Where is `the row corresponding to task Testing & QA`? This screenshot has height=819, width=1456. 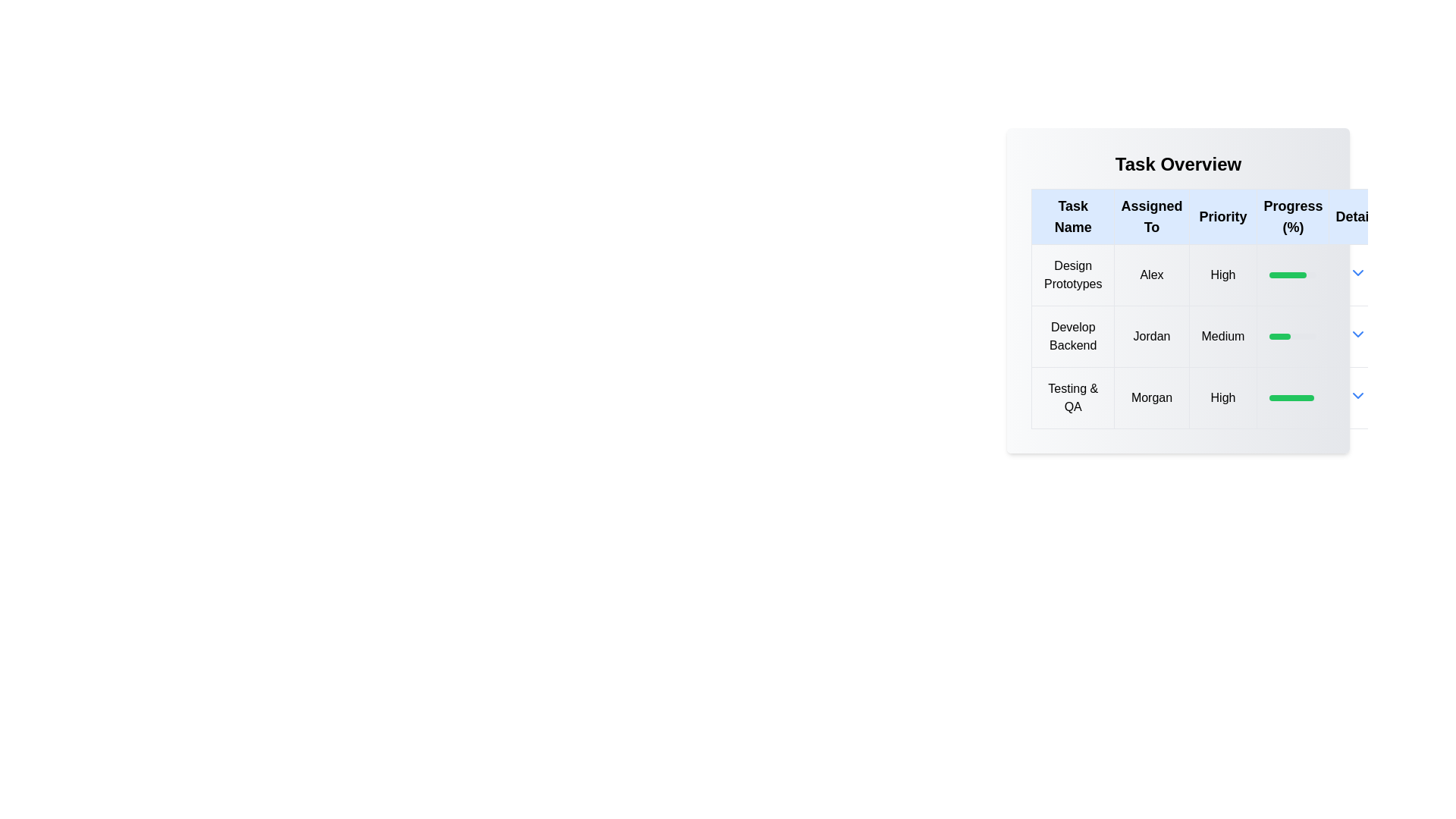
the row corresponding to task Testing & QA is located at coordinates (1208, 397).